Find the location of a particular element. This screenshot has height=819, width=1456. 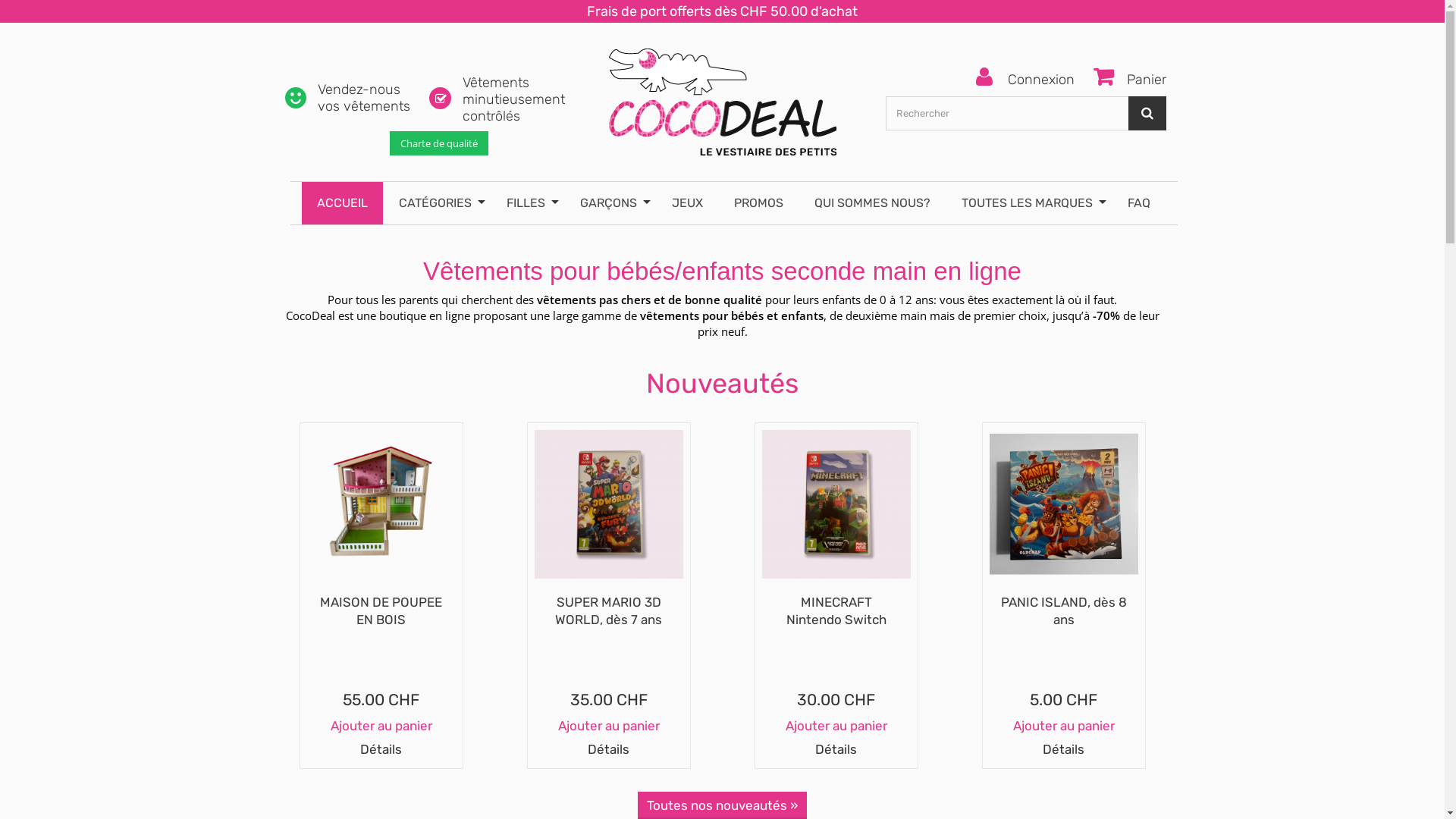

'FILLES' is located at coordinates (491, 202).